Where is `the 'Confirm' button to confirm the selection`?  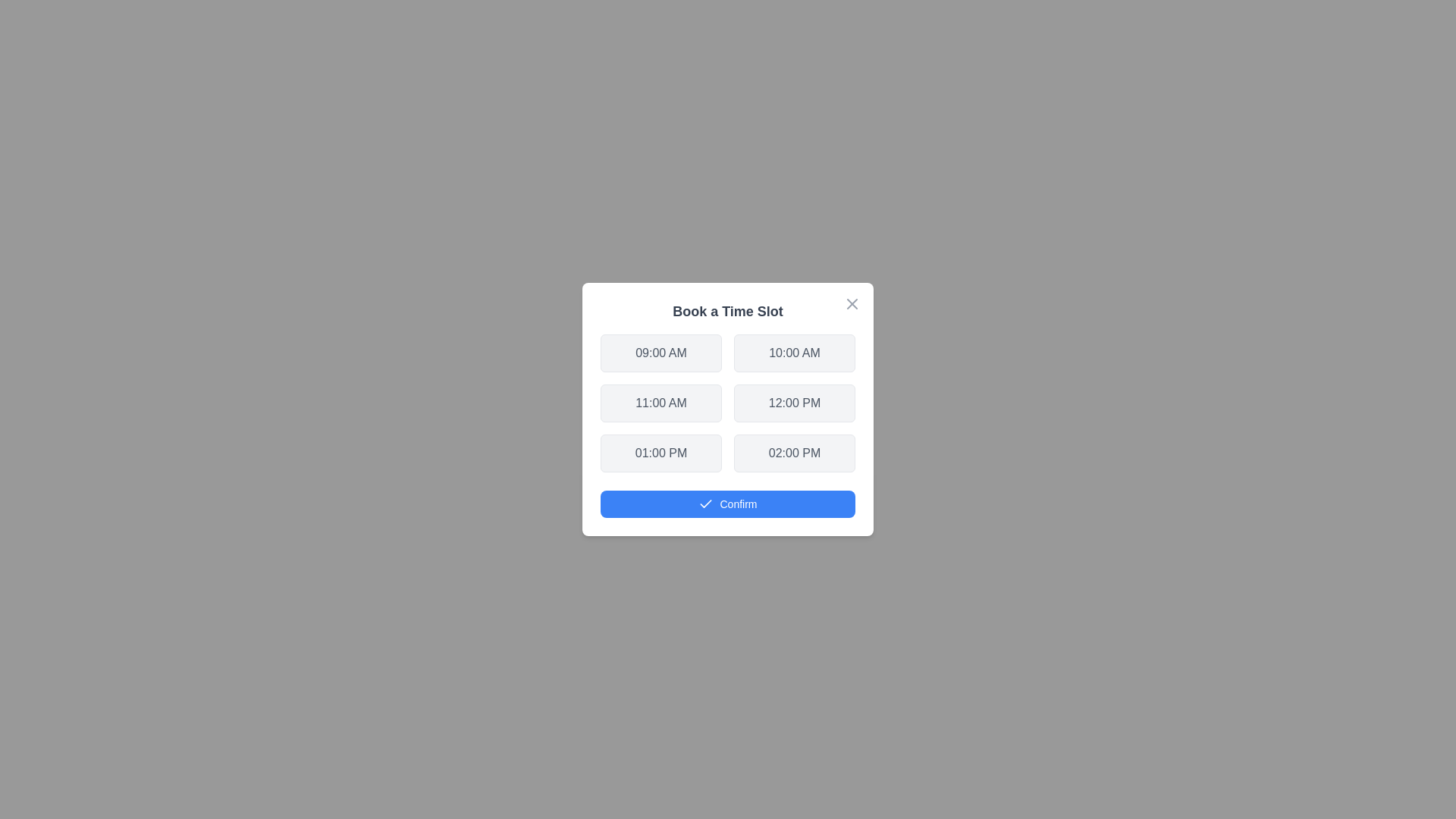
the 'Confirm' button to confirm the selection is located at coordinates (728, 504).